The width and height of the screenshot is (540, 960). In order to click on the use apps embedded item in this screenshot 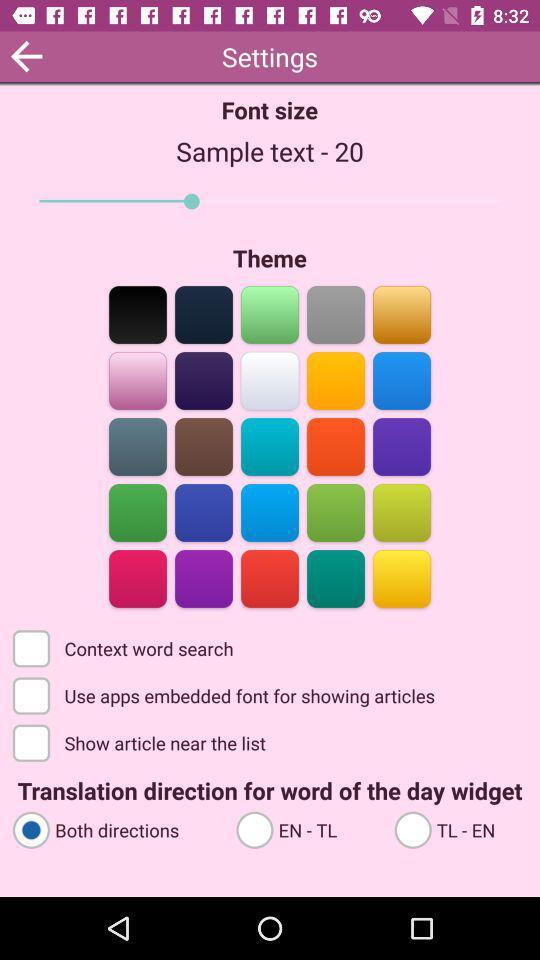, I will do `click(225, 694)`.